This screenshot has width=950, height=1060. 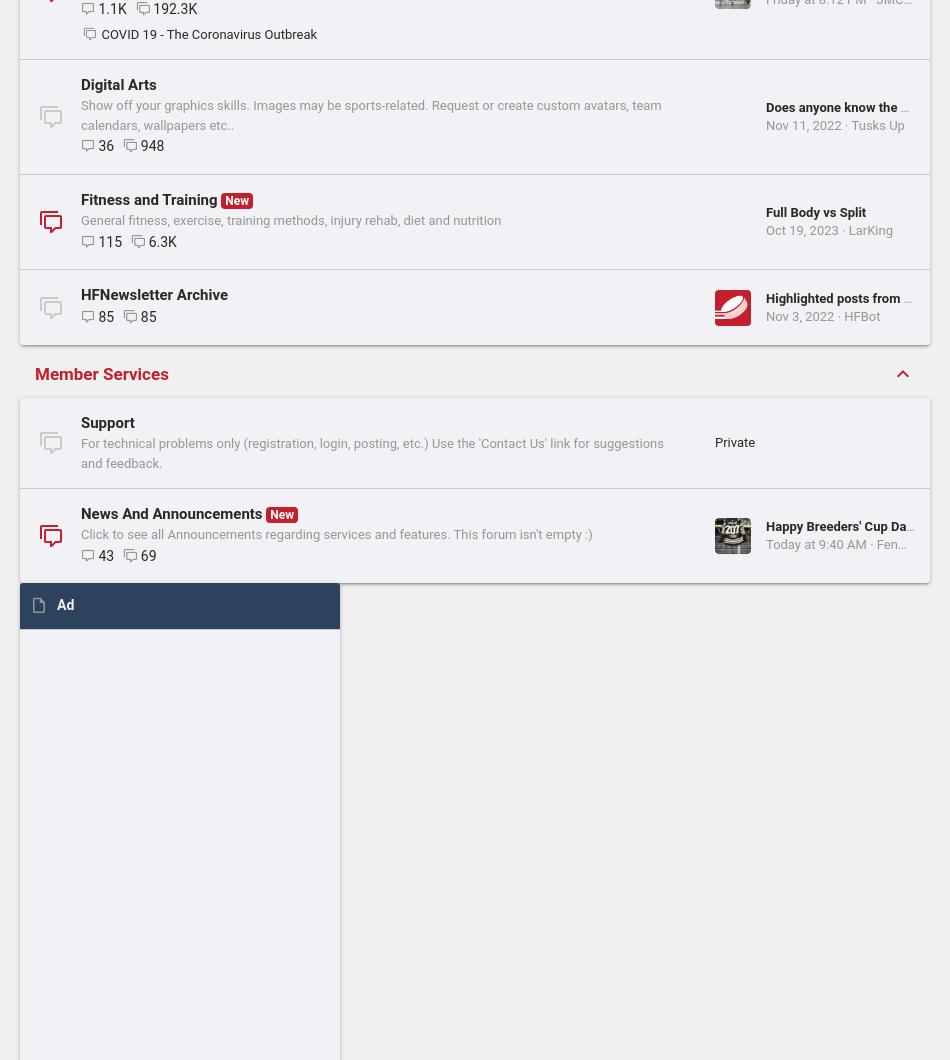 I want to click on '297.9K', so click(x=174, y=971).